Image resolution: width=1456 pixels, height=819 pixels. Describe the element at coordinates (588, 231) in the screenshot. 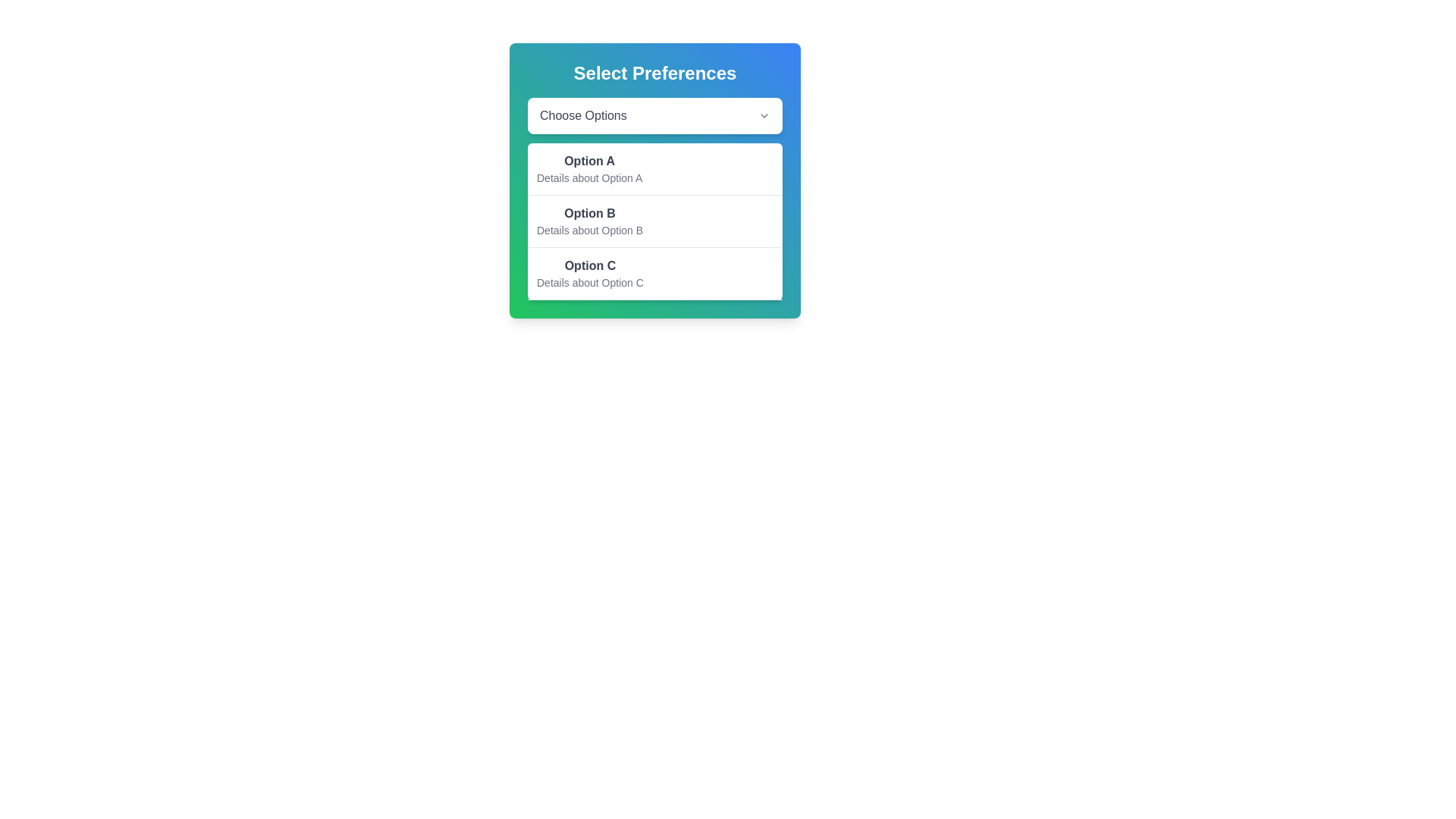

I see `the text label displaying 'Details about Option B', which is positioned directly below the bold title 'Option B' within the option selection block` at that location.